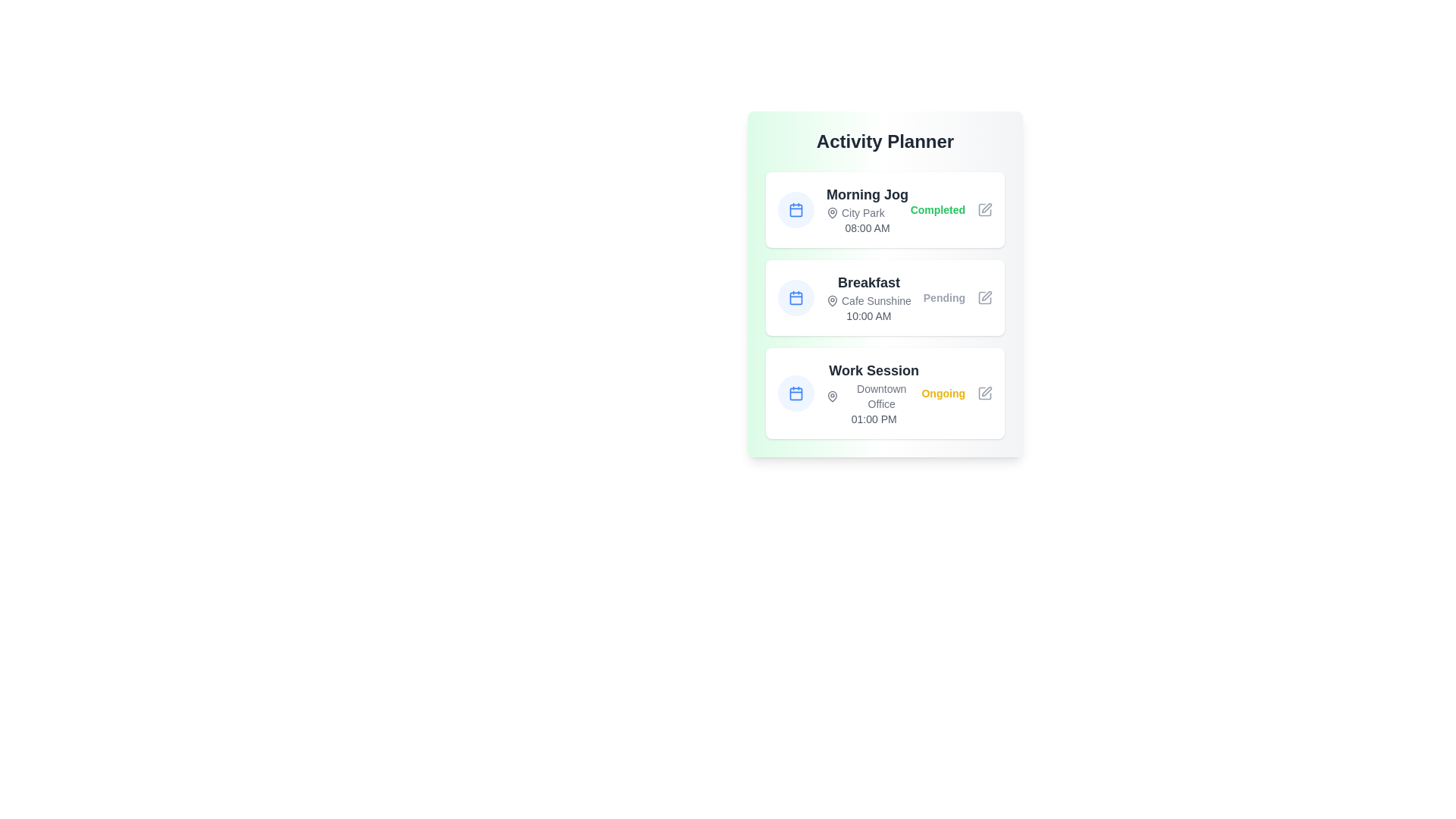 This screenshot has height=819, width=1456. Describe the element at coordinates (867, 227) in the screenshot. I see `the static text display showing '08:00 AM' located below 'City Park' and to the right of the calendar icon in the 'Activity Planner' card for 'Morning Jog'` at that location.